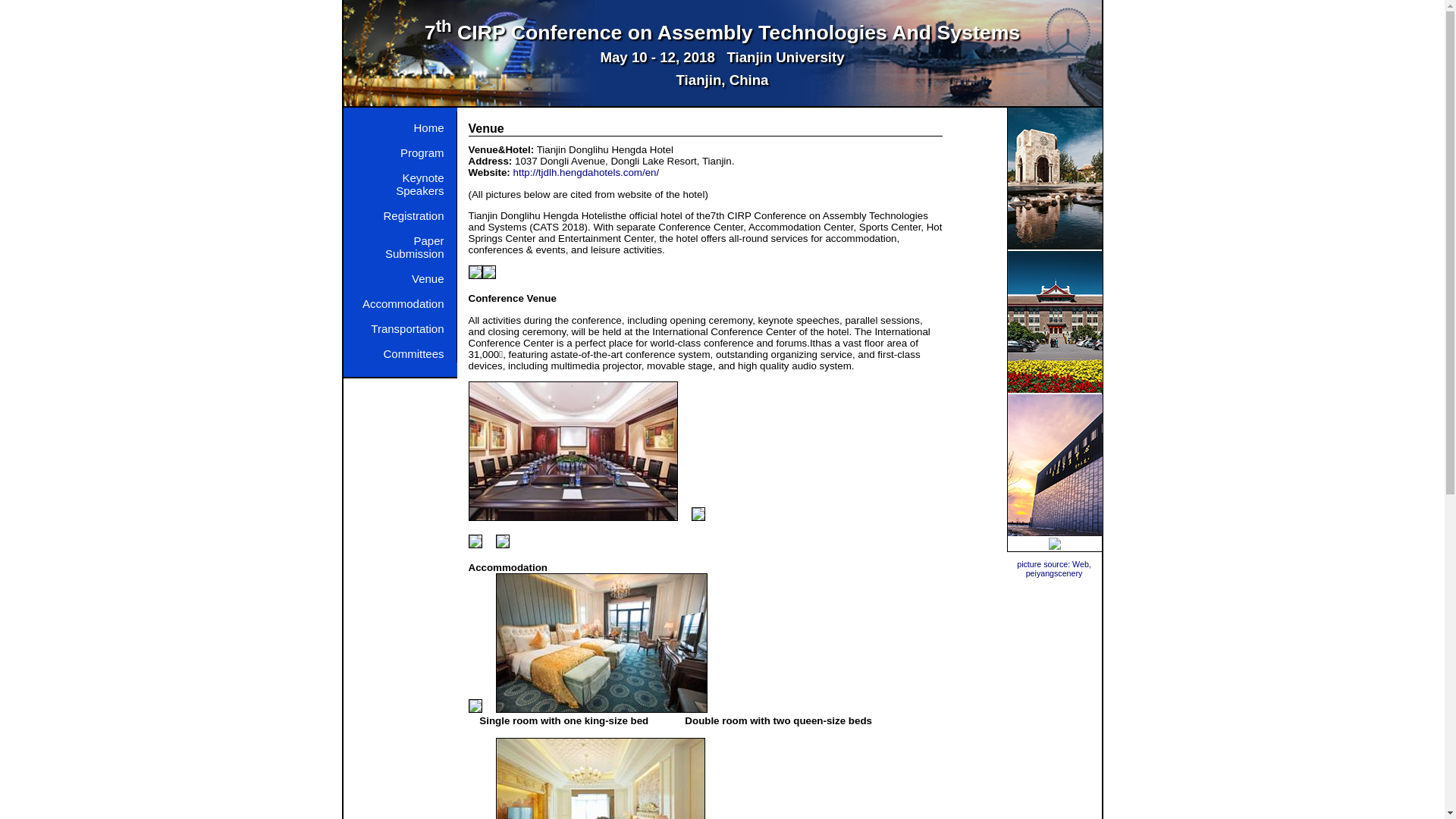 The height and width of the screenshot is (819, 1456). What do you see at coordinates (399, 300) in the screenshot?
I see `'Accommodation'` at bounding box center [399, 300].